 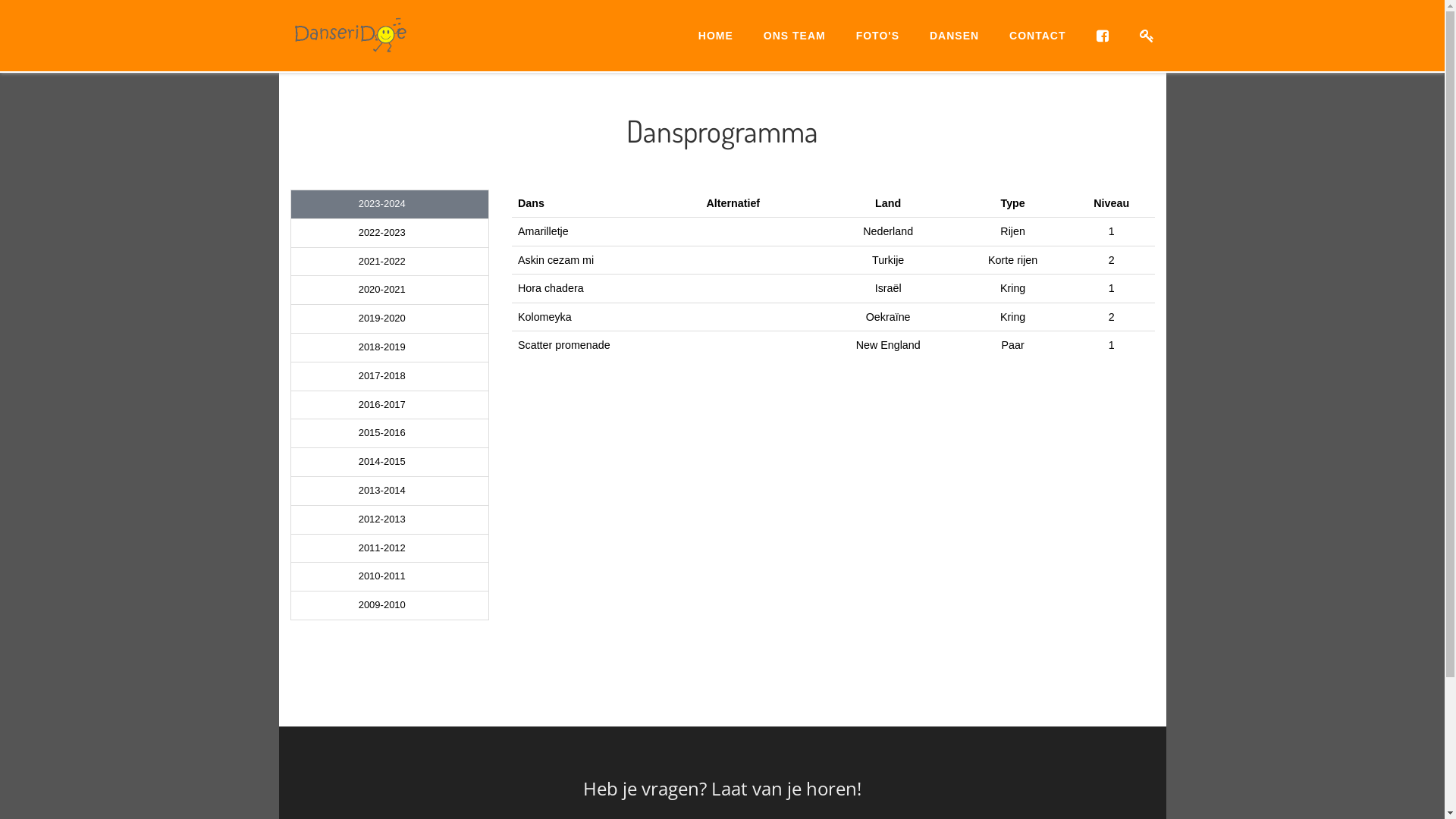 What do you see at coordinates (390, 604) in the screenshot?
I see `'2009-2010'` at bounding box center [390, 604].